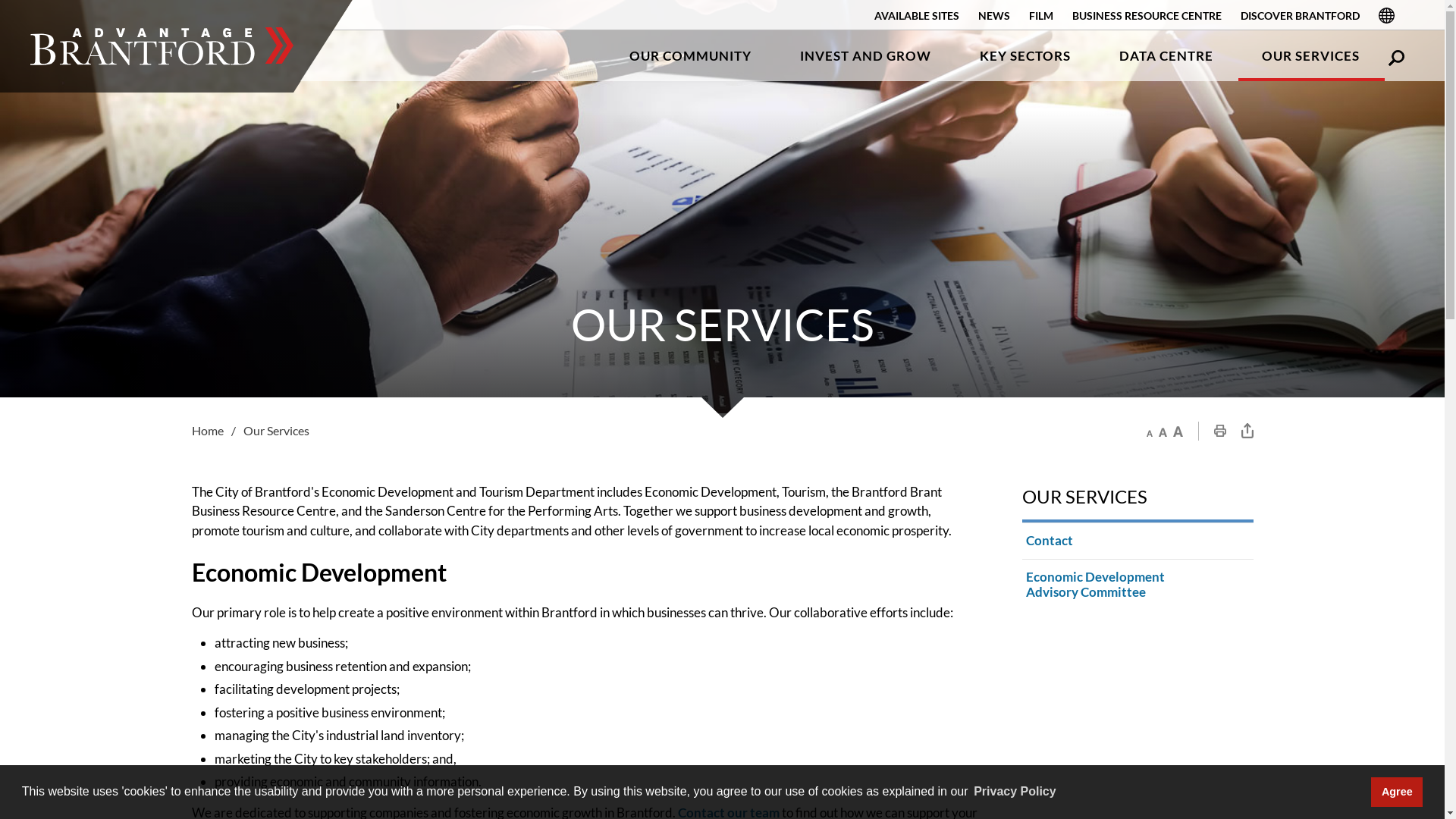  I want to click on 'OUR COMMUNITY', so click(604, 55).